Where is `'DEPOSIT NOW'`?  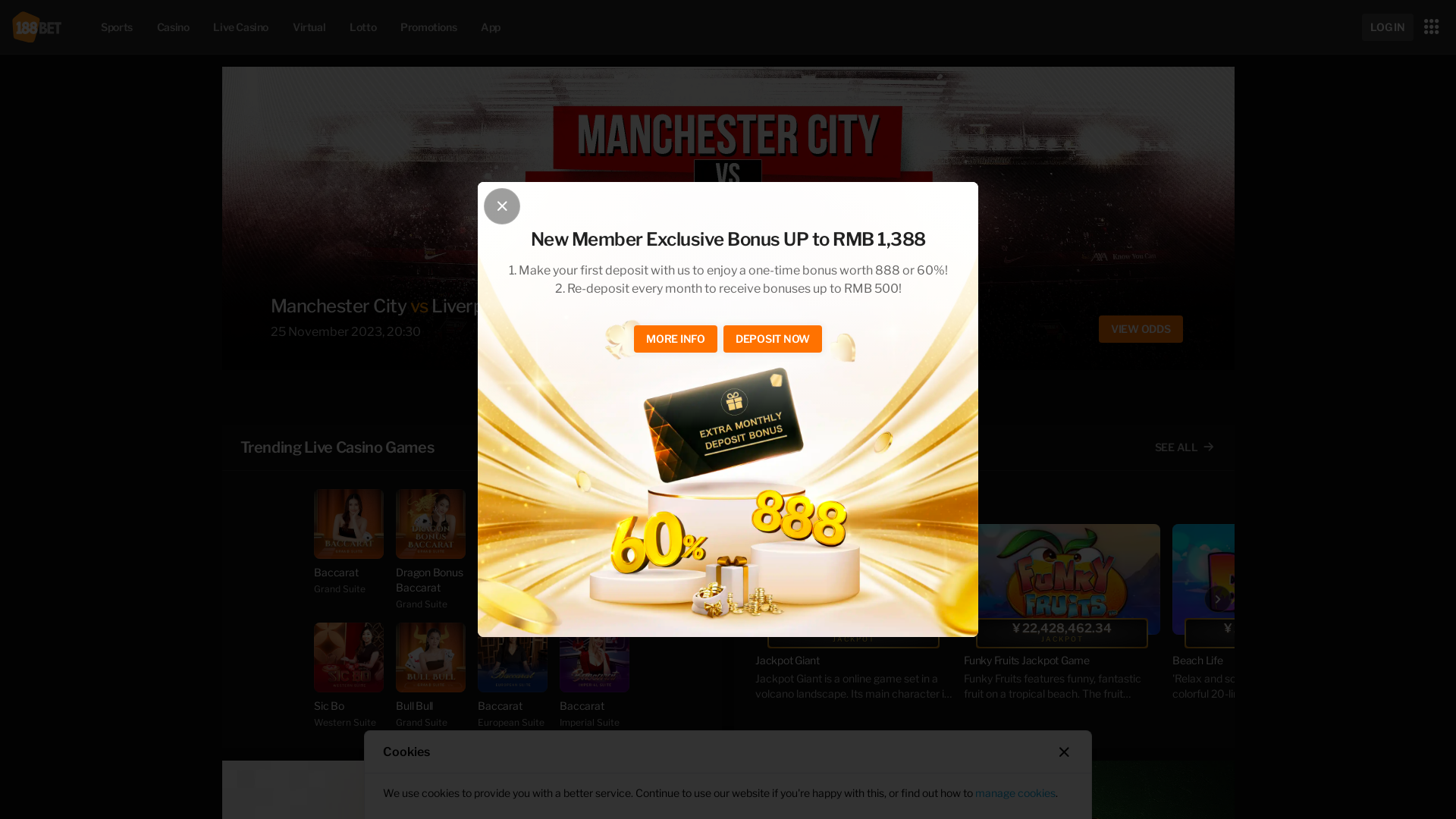
'DEPOSIT NOW' is located at coordinates (772, 338).